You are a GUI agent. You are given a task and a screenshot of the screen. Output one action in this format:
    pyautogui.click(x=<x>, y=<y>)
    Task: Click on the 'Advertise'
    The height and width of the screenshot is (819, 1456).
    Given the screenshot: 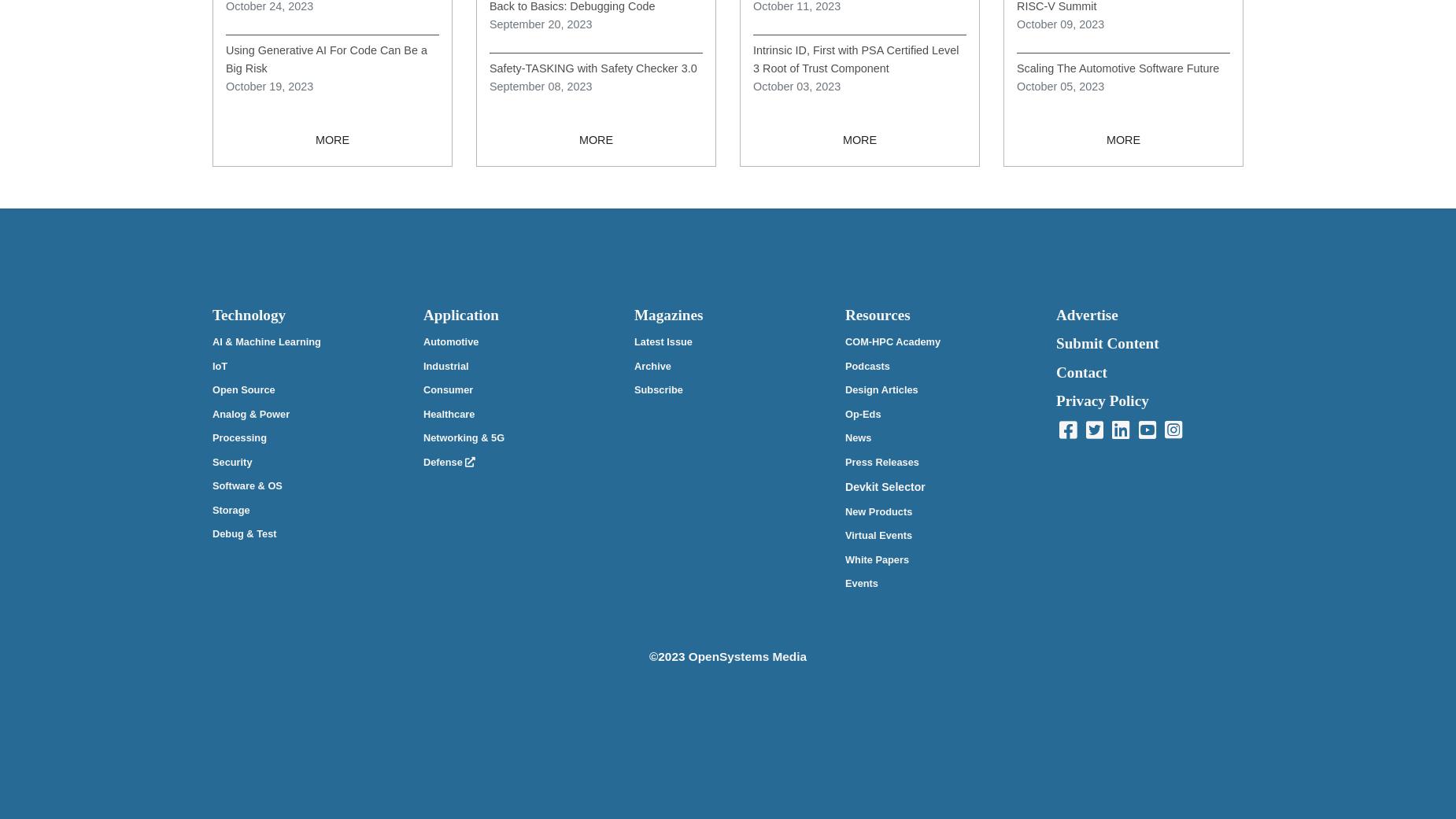 What is the action you would take?
    pyautogui.click(x=1086, y=315)
    